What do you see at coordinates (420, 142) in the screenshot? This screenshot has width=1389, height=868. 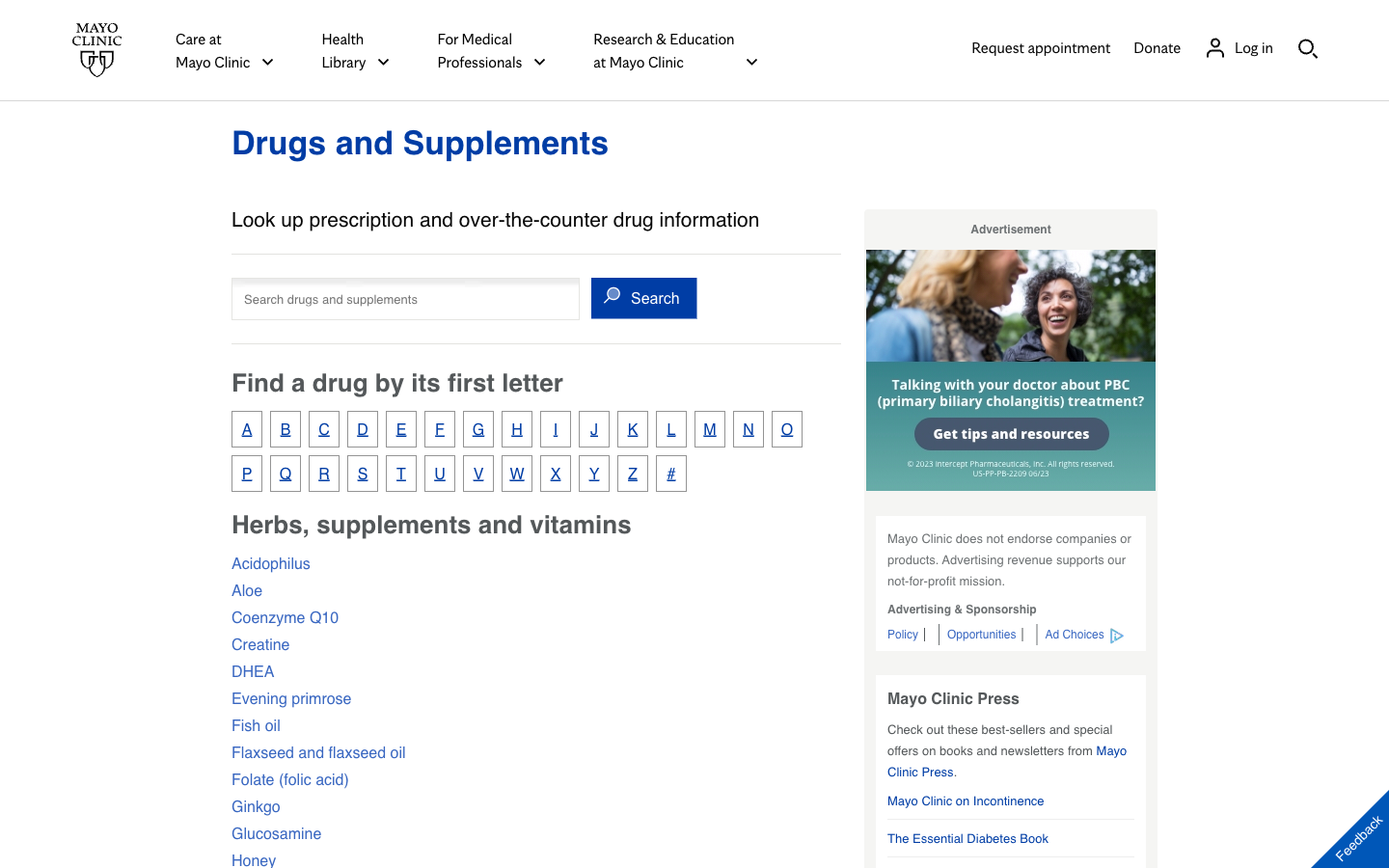 I see `a reload of the current page without use of keystrokes` at bounding box center [420, 142].